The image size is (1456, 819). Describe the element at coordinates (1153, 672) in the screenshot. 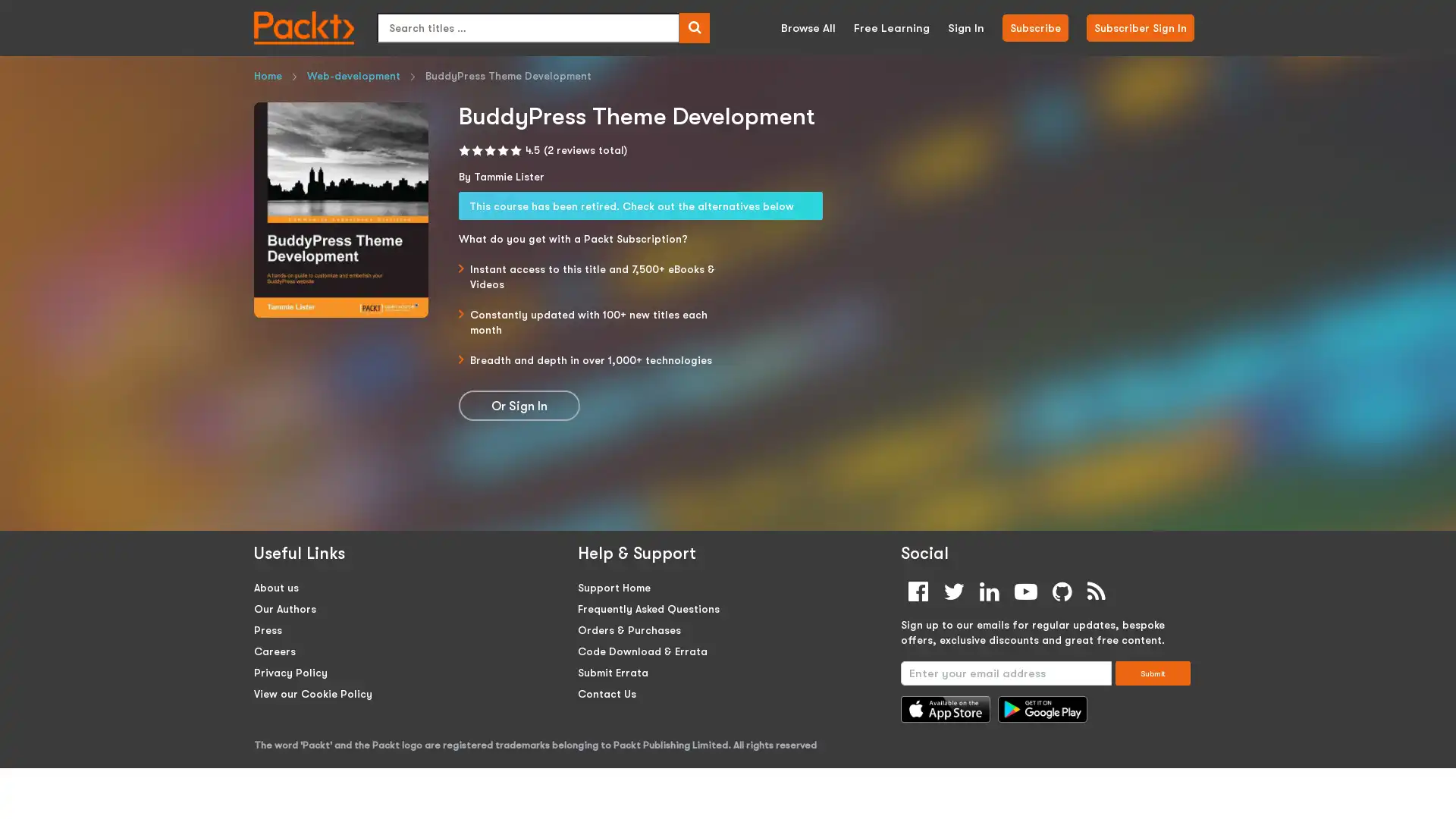

I see `Submit` at that location.